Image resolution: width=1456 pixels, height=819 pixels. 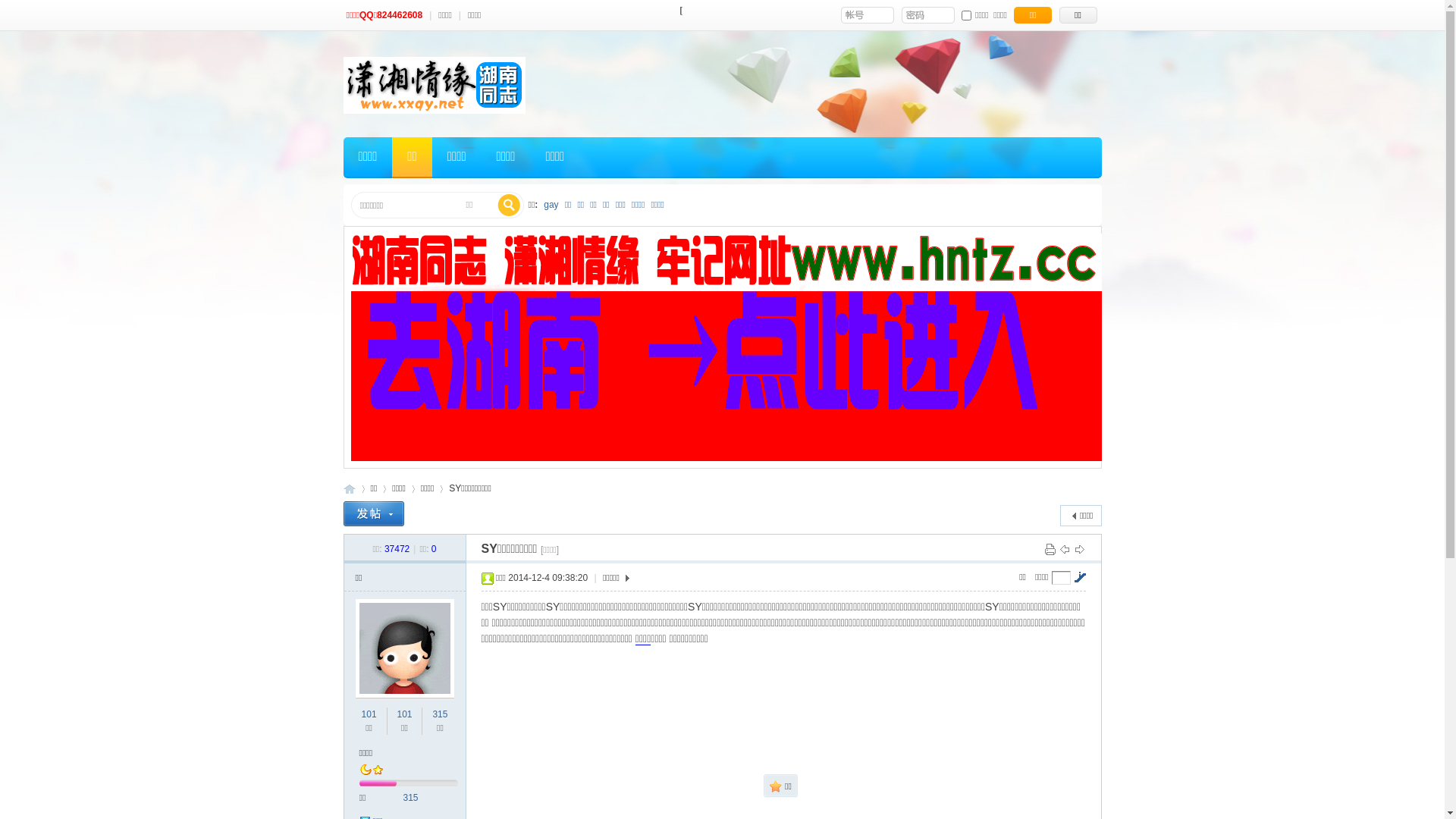 What do you see at coordinates (403, 714) in the screenshot?
I see `'101'` at bounding box center [403, 714].